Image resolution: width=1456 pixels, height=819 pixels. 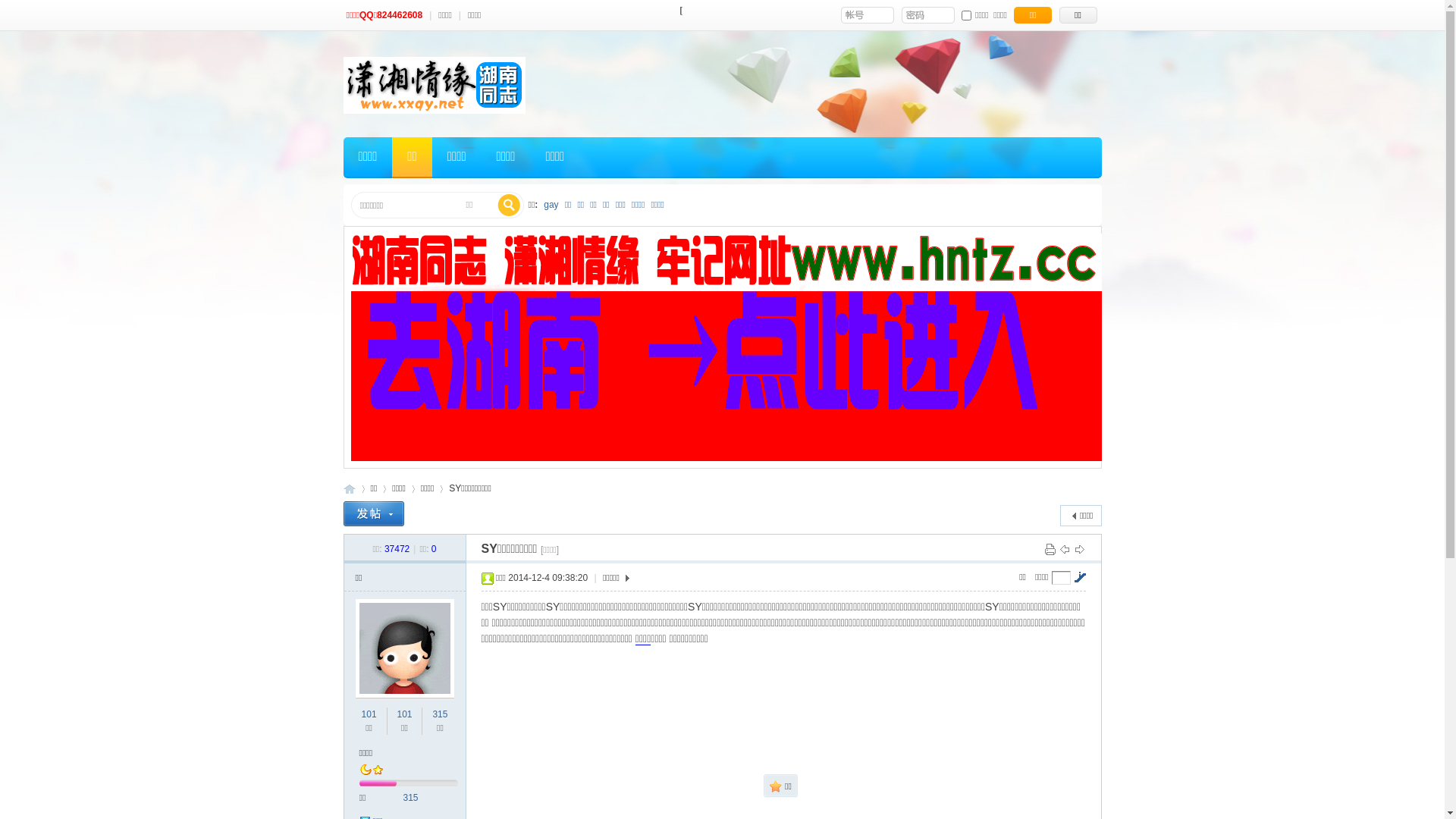 What do you see at coordinates (403, 714) in the screenshot?
I see `'101'` at bounding box center [403, 714].